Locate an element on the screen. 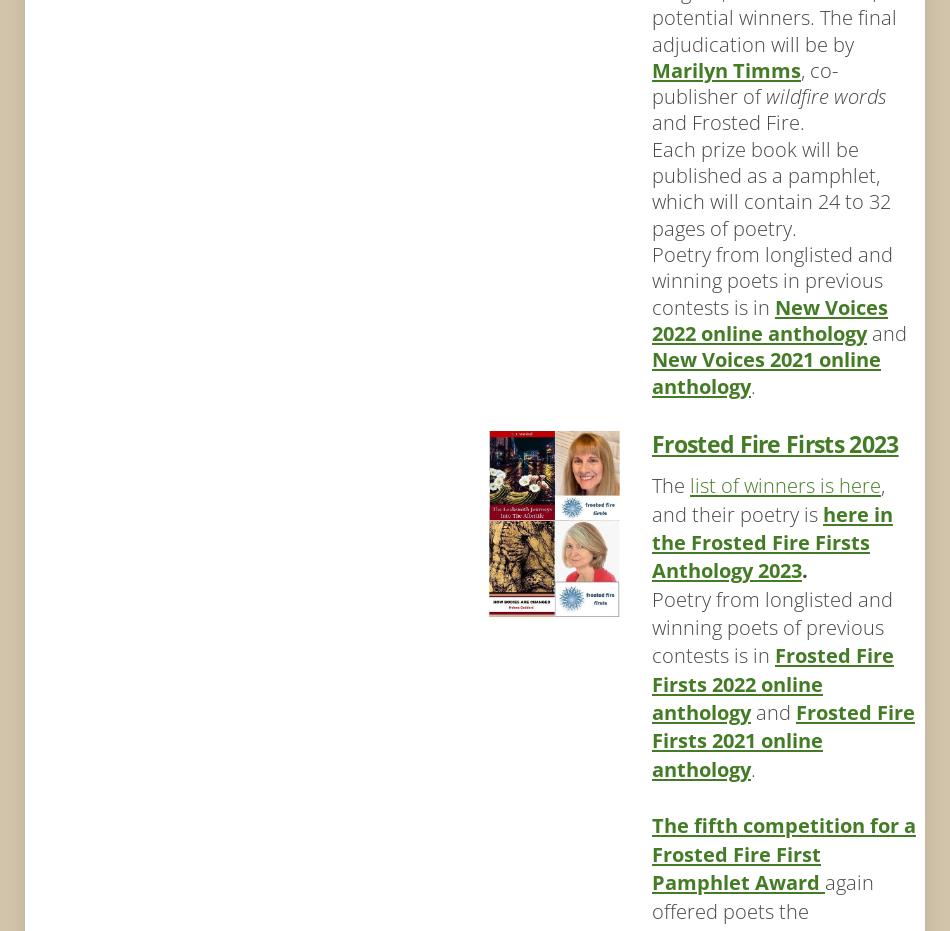 This screenshot has height=931, width=950. 'The fifth competition for a Frosted Fire First Pamphlet Award' is located at coordinates (651, 852).